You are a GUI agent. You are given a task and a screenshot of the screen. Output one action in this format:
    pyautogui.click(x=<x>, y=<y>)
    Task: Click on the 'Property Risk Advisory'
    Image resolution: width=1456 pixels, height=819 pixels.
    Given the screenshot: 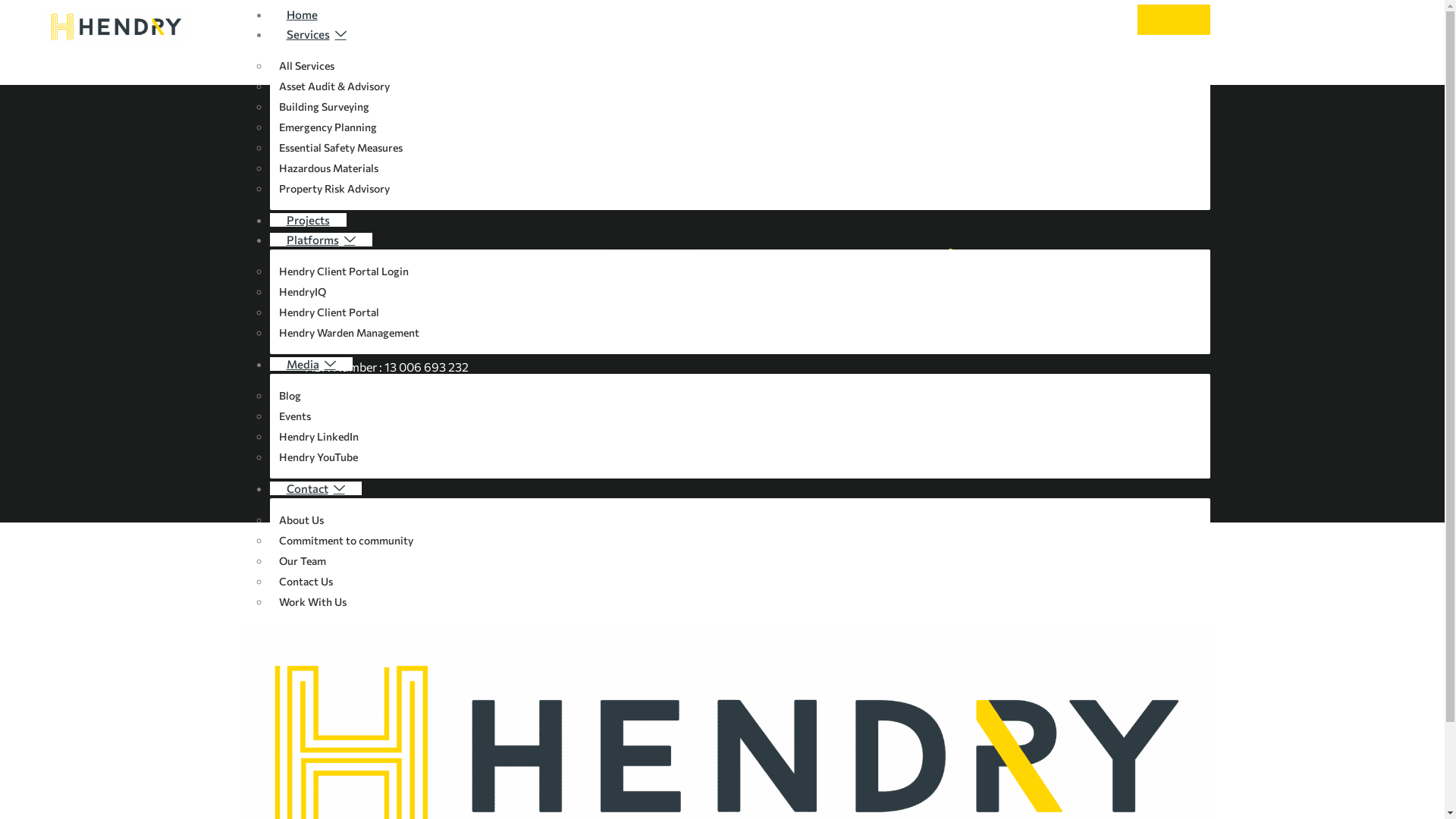 What is the action you would take?
    pyautogui.click(x=269, y=187)
    